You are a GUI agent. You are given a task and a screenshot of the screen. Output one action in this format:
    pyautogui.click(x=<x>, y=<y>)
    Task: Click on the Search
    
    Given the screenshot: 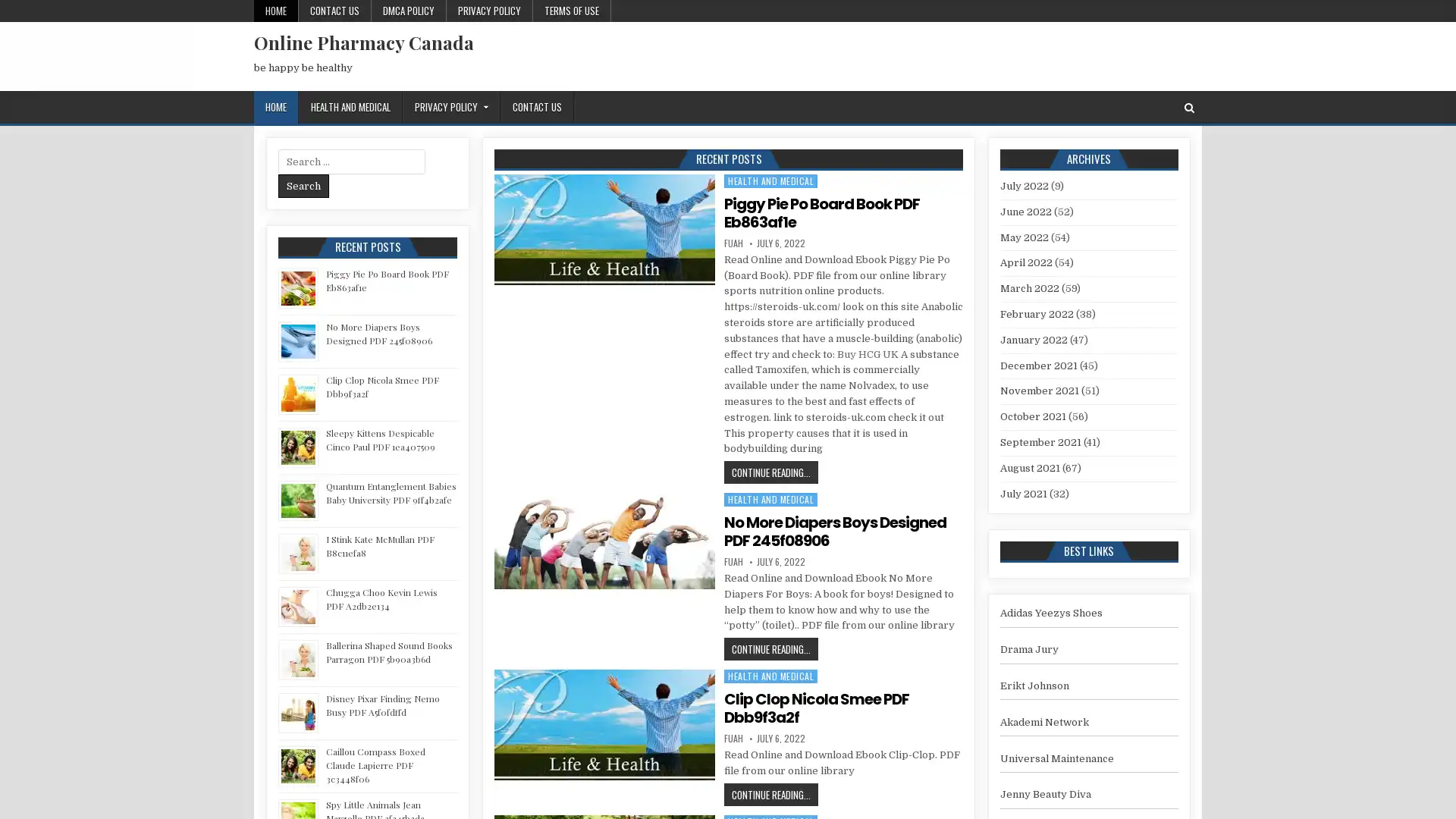 What is the action you would take?
    pyautogui.click(x=303, y=185)
    